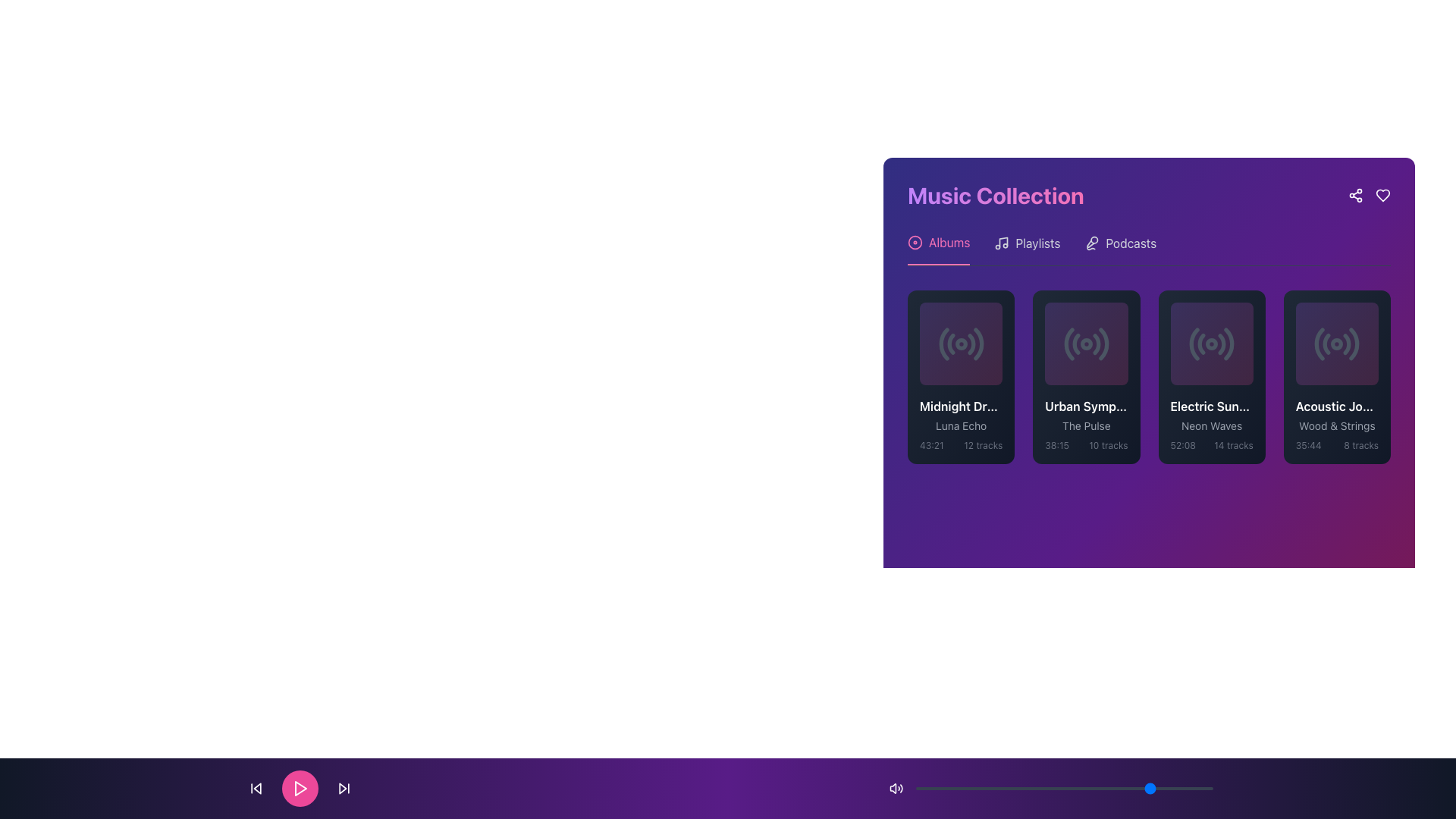 Image resolution: width=1456 pixels, height=819 pixels. I want to click on the backward skip button, which is a small icon with a triangle pointing left and a vertical line, located at the bottom-left corner of the media control interface, so click(256, 788).